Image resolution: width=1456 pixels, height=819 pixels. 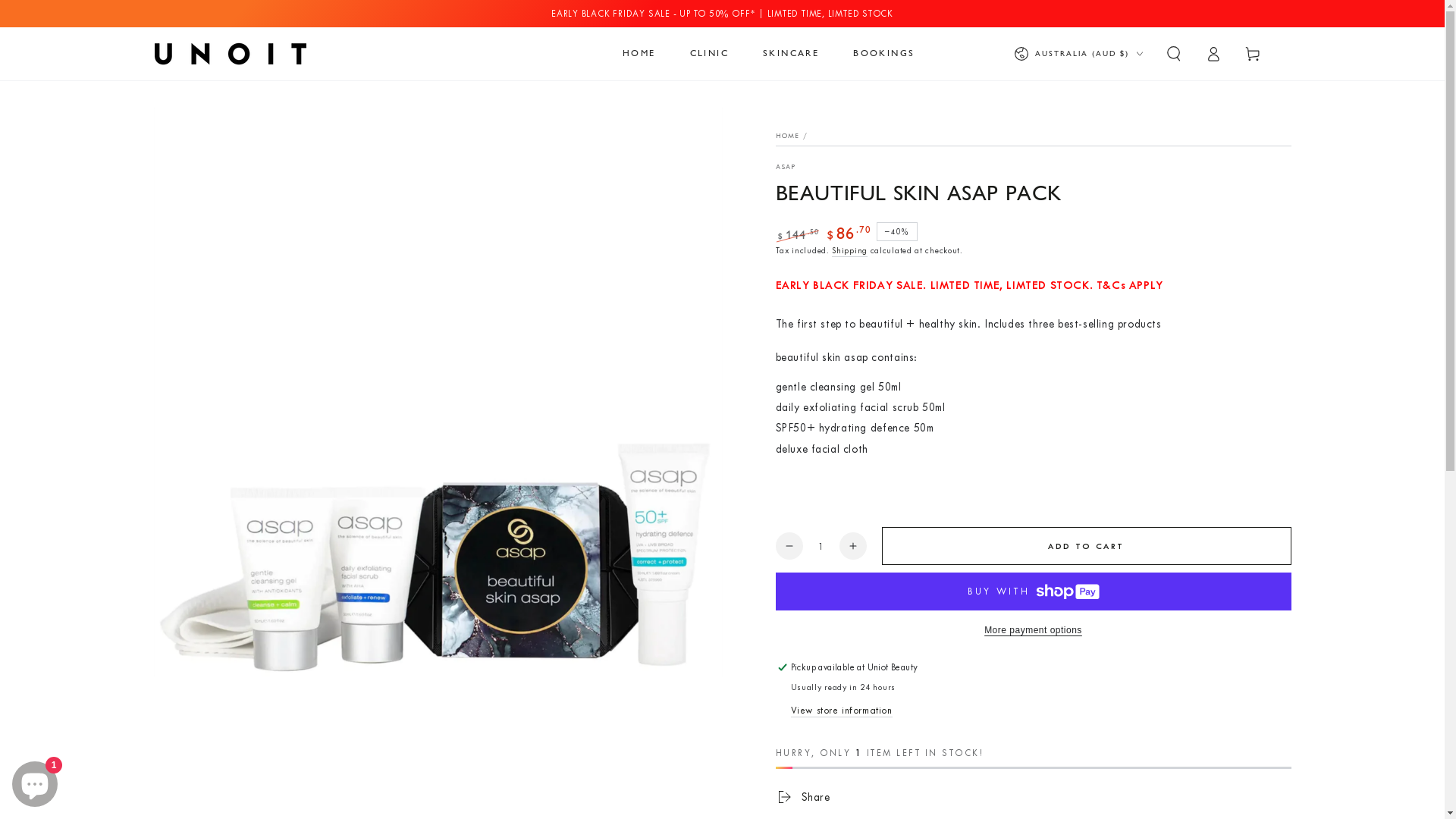 What do you see at coordinates (785, 166) in the screenshot?
I see `'ASAP'` at bounding box center [785, 166].